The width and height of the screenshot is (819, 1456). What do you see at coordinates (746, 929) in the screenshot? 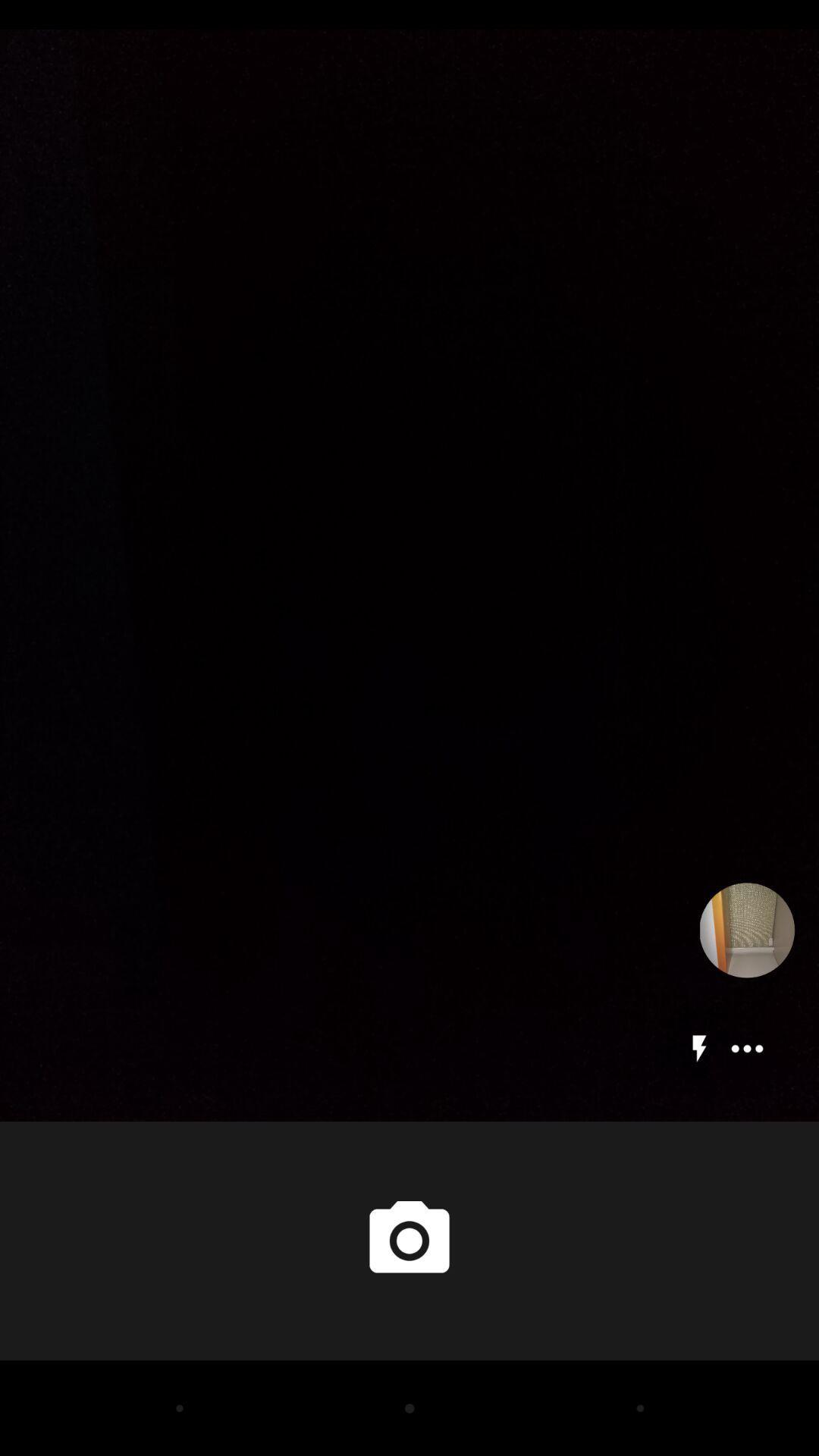
I see `the item on the right` at bounding box center [746, 929].